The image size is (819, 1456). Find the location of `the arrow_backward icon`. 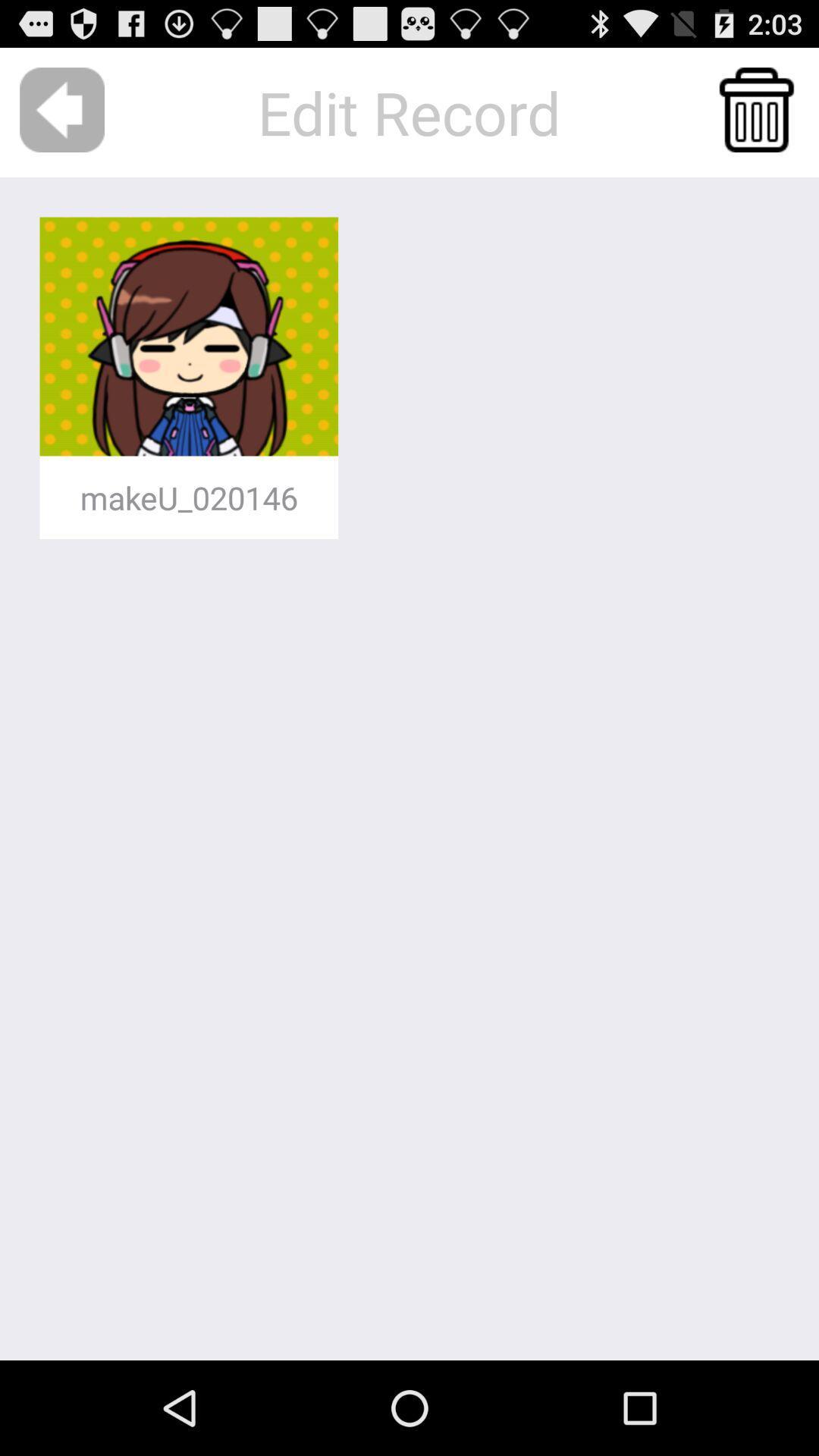

the arrow_backward icon is located at coordinates (61, 117).